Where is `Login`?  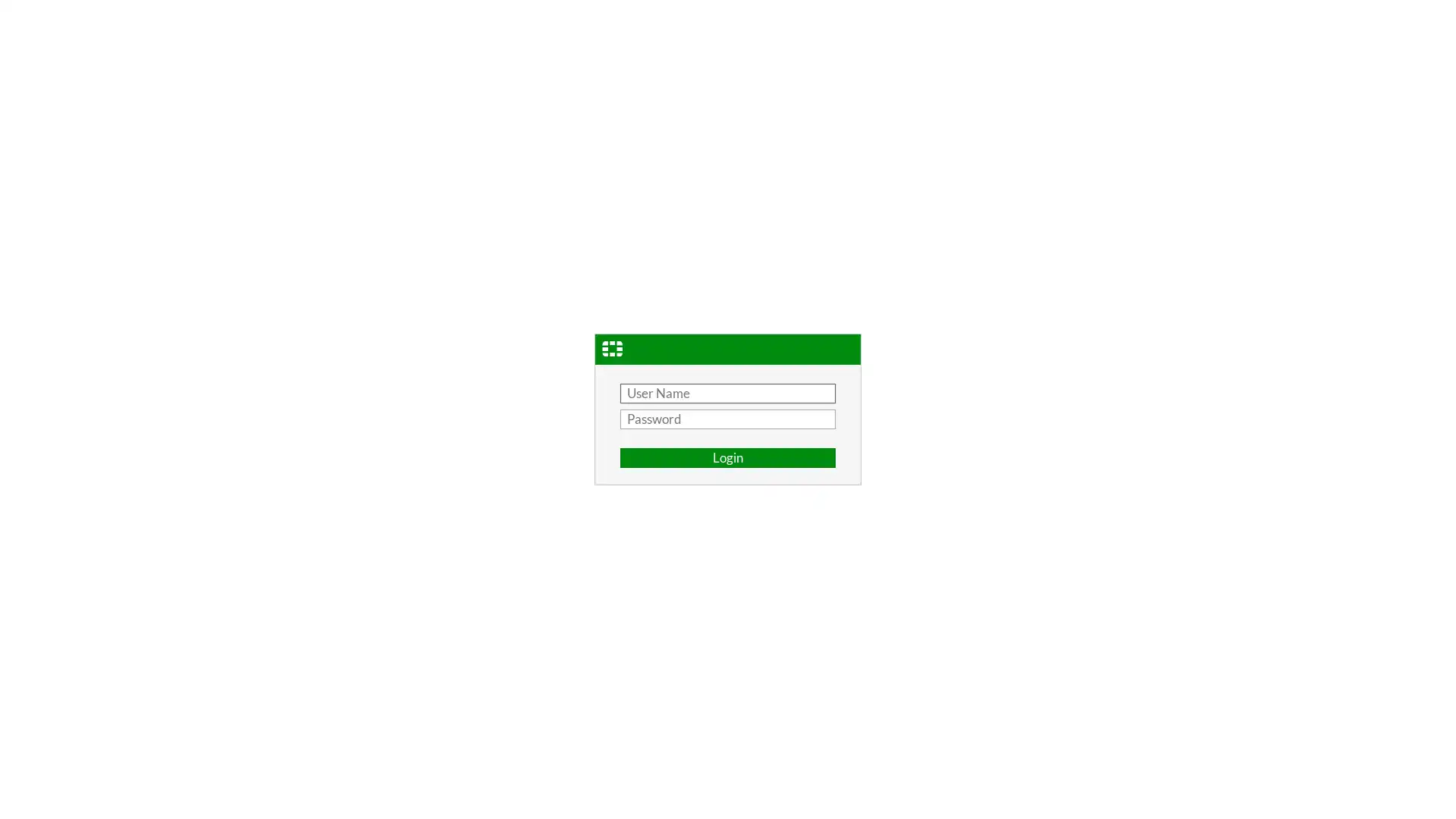 Login is located at coordinates (728, 457).